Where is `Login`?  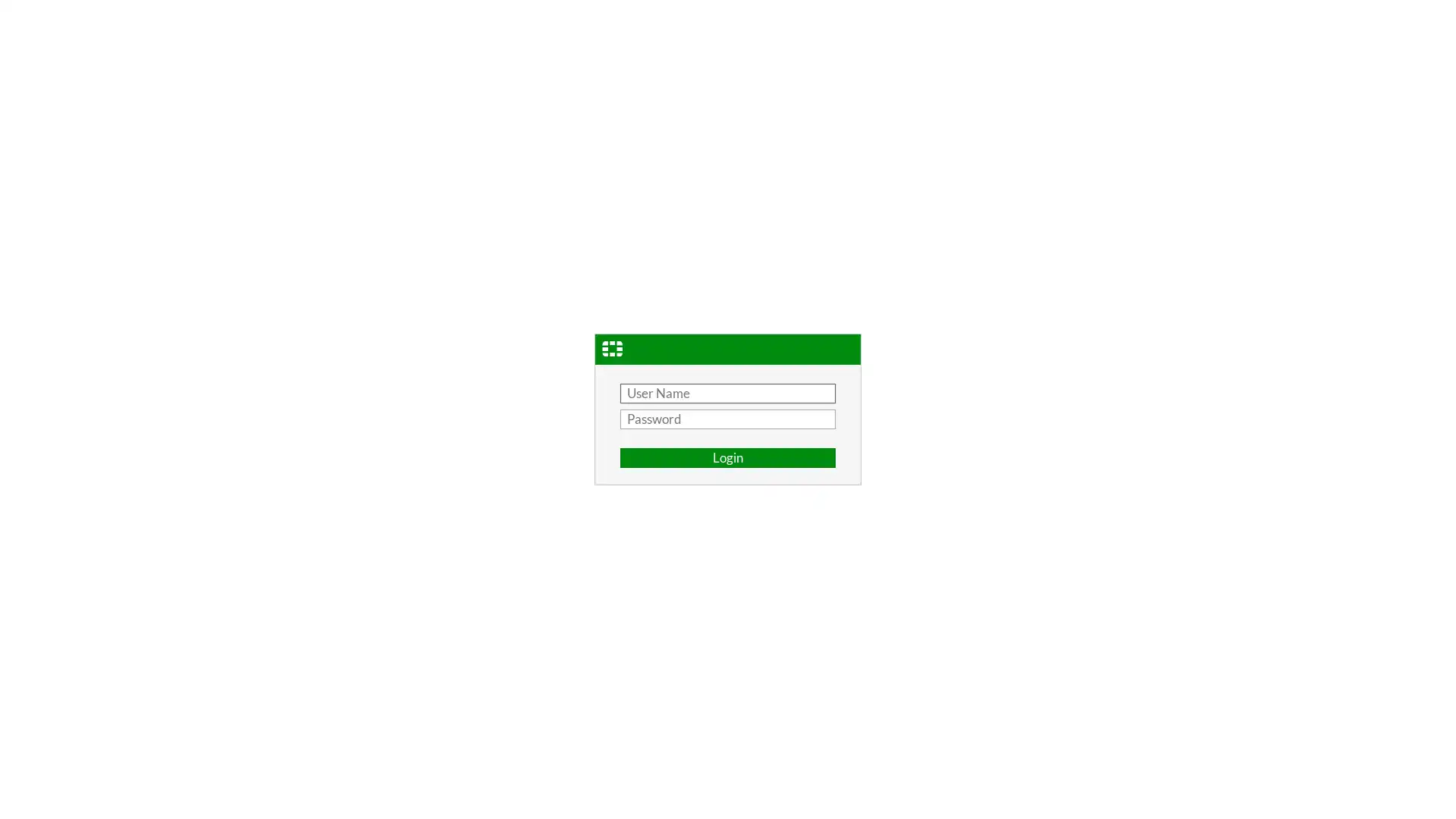 Login is located at coordinates (728, 457).